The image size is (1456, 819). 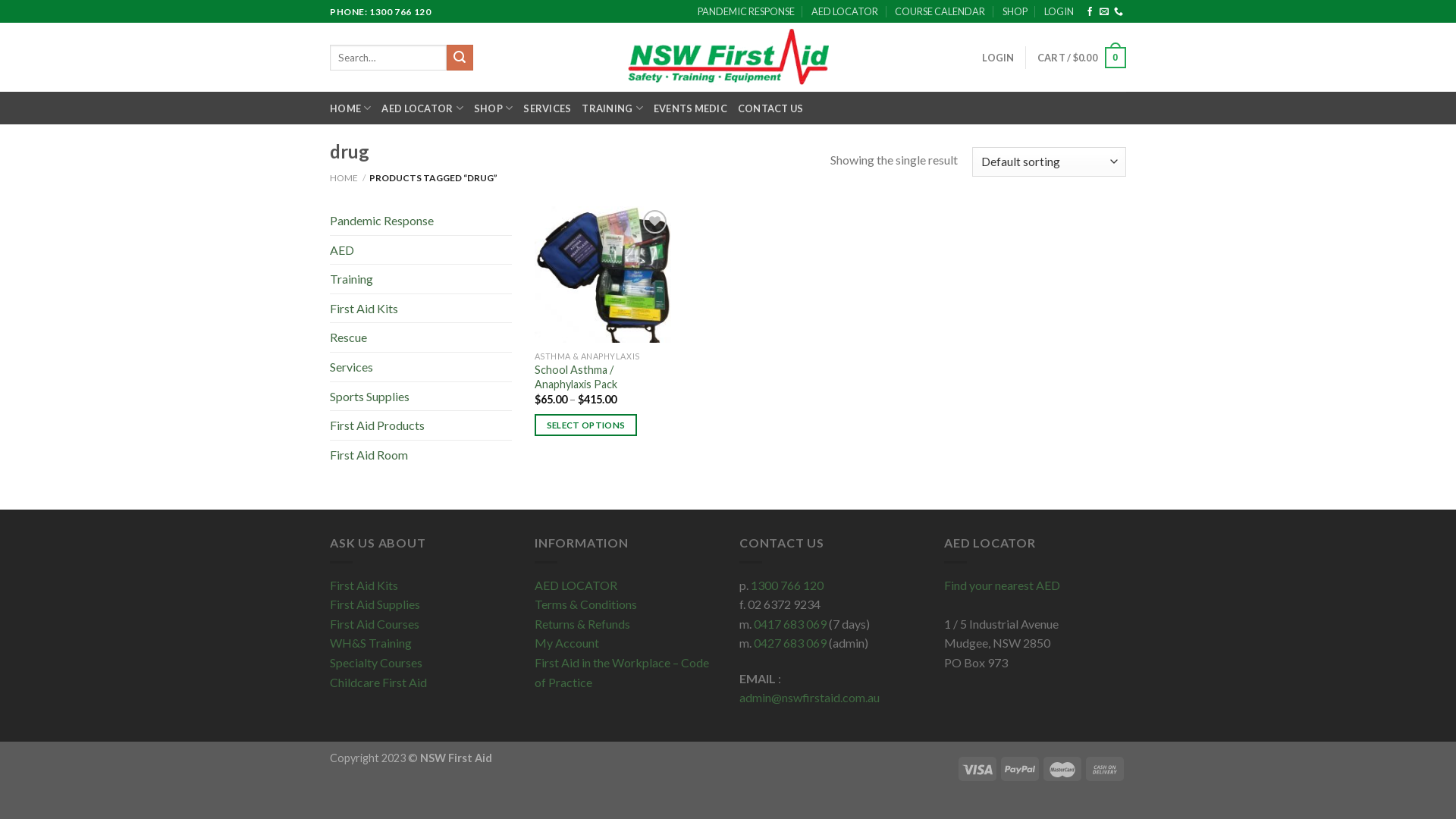 What do you see at coordinates (943, 584) in the screenshot?
I see `'Find your nearest AED'` at bounding box center [943, 584].